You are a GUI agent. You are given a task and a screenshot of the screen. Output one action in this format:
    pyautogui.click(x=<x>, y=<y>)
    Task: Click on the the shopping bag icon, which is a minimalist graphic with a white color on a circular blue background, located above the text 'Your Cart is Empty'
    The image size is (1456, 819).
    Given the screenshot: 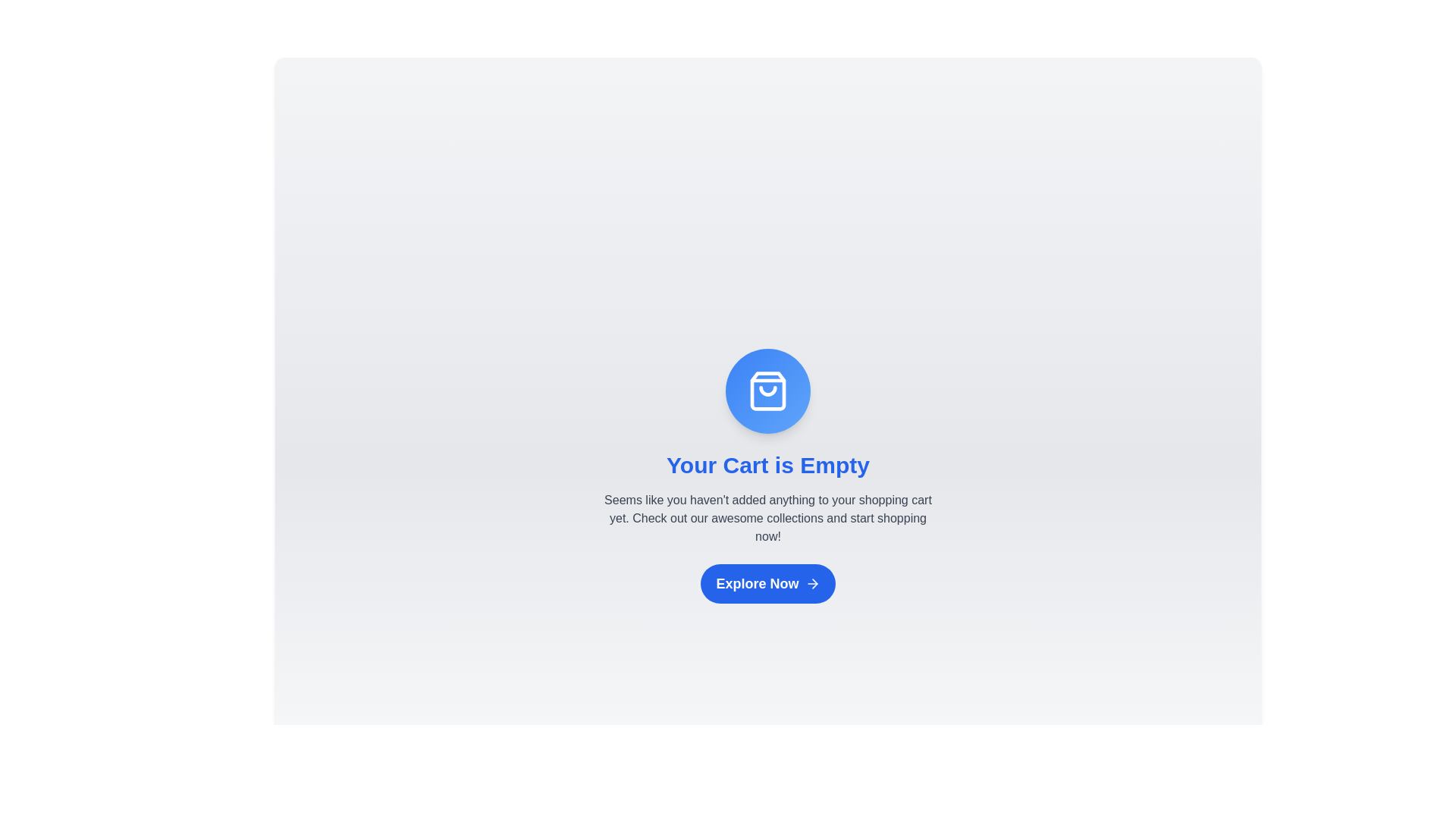 What is the action you would take?
    pyautogui.click(x=767, y=390)
    